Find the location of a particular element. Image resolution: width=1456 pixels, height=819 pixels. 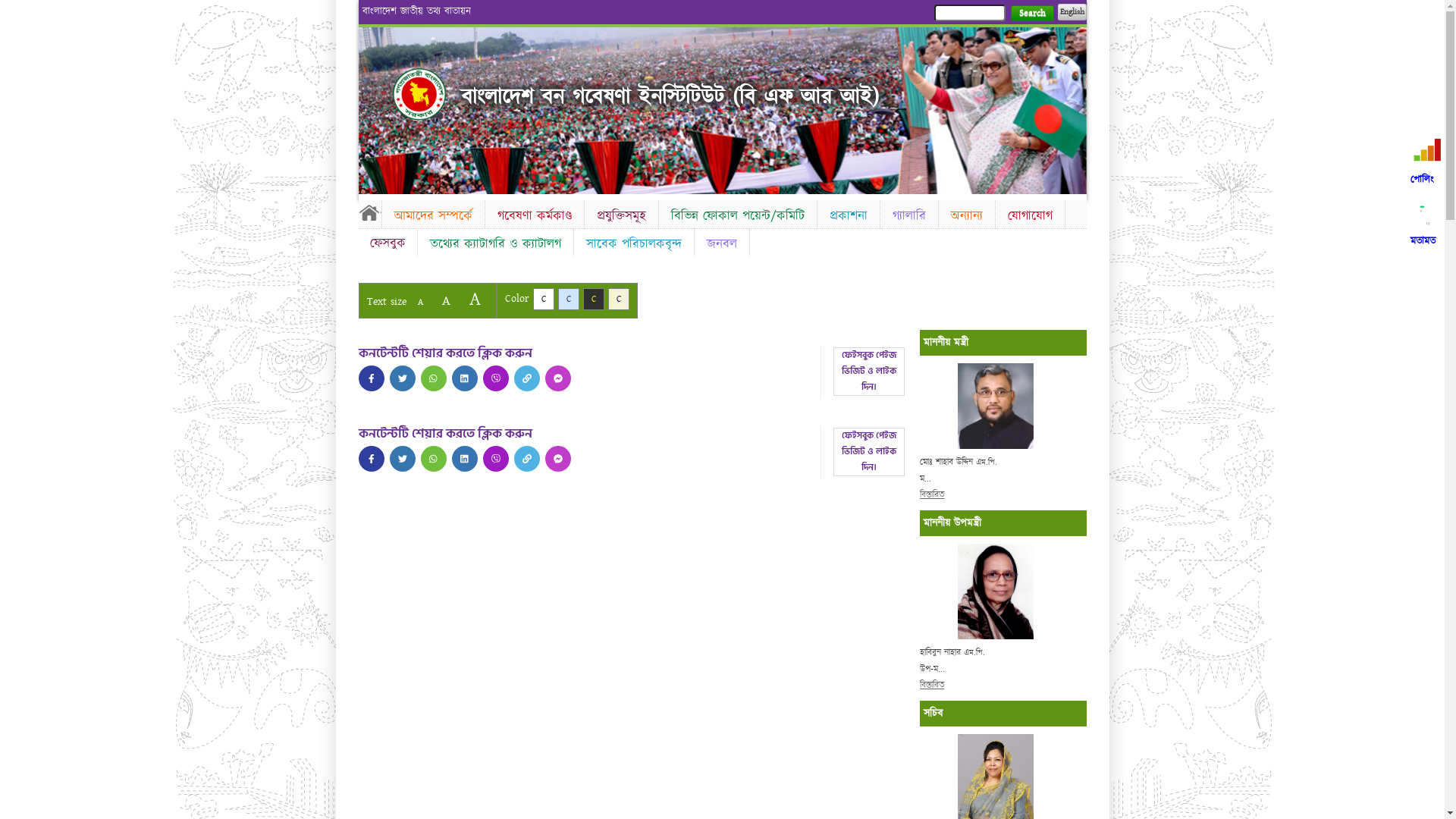

'Home' is located at coordinates (369, 212).